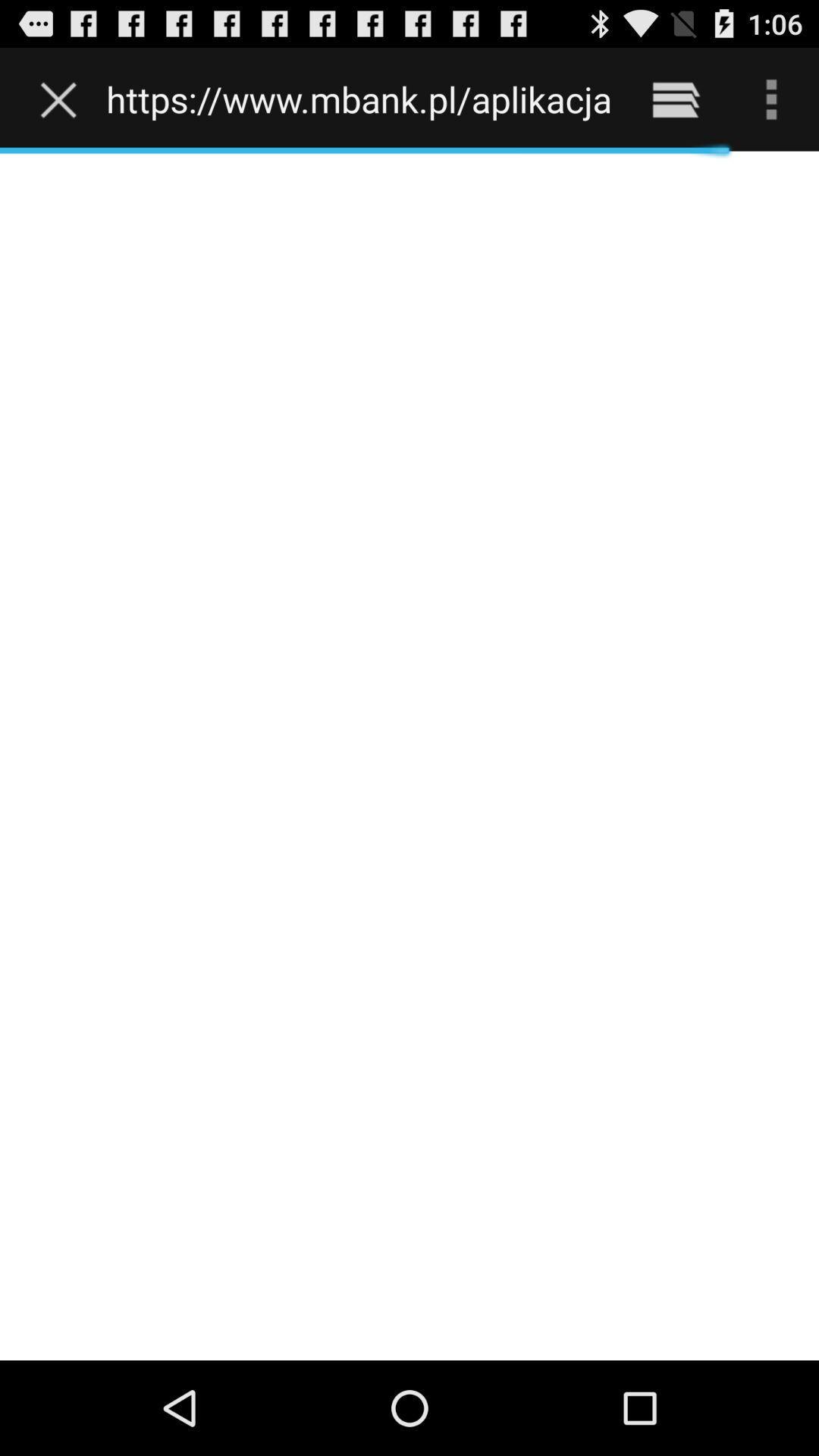 This screenshot has height=1456, width=819. What do you see at coordinates (358, 99) in the screenshot?
I see `the https www mbank icon` at bounding box center [358, 99].